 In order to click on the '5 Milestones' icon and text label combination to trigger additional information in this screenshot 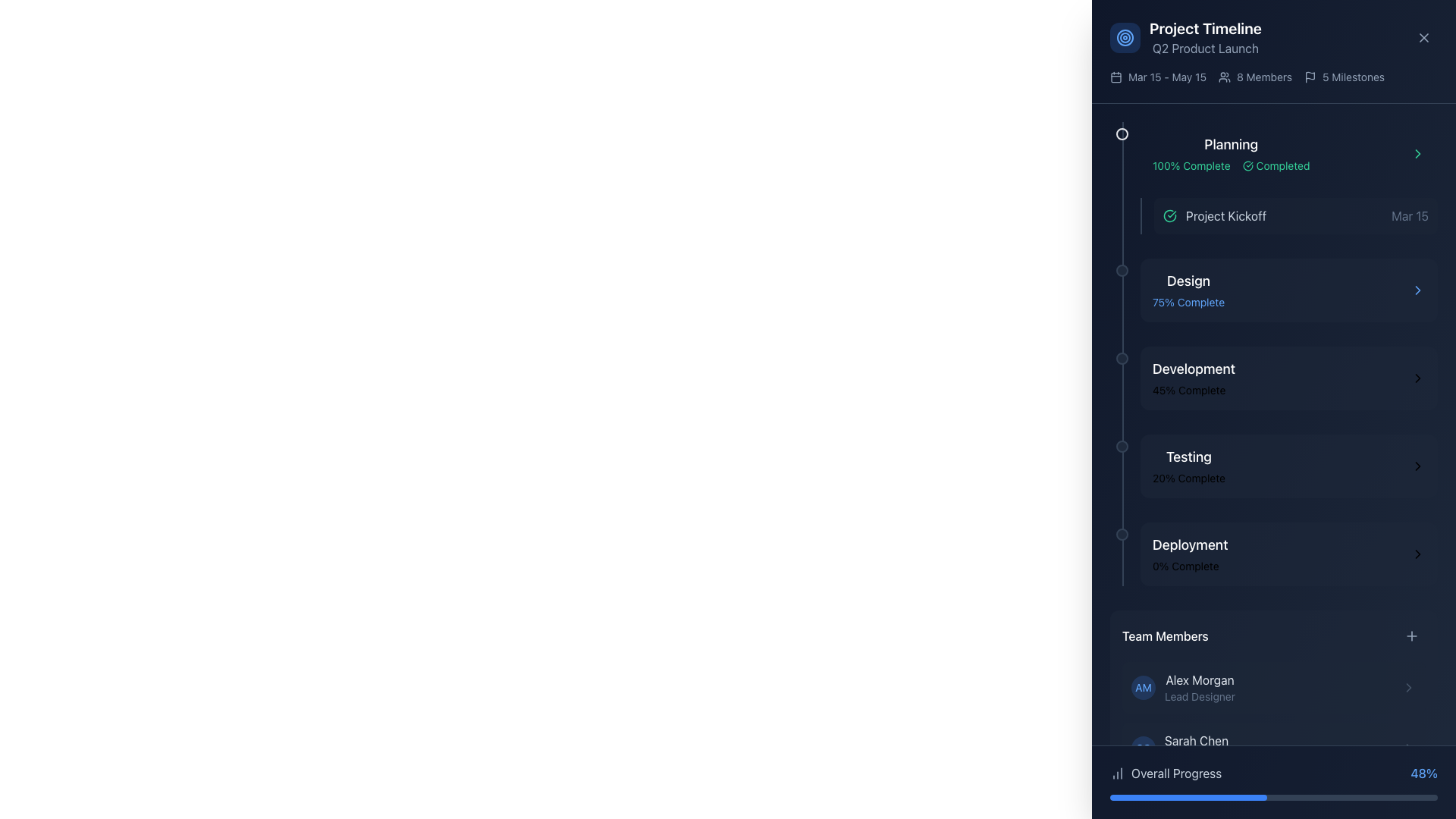, I will do `click(1345, 77)`.